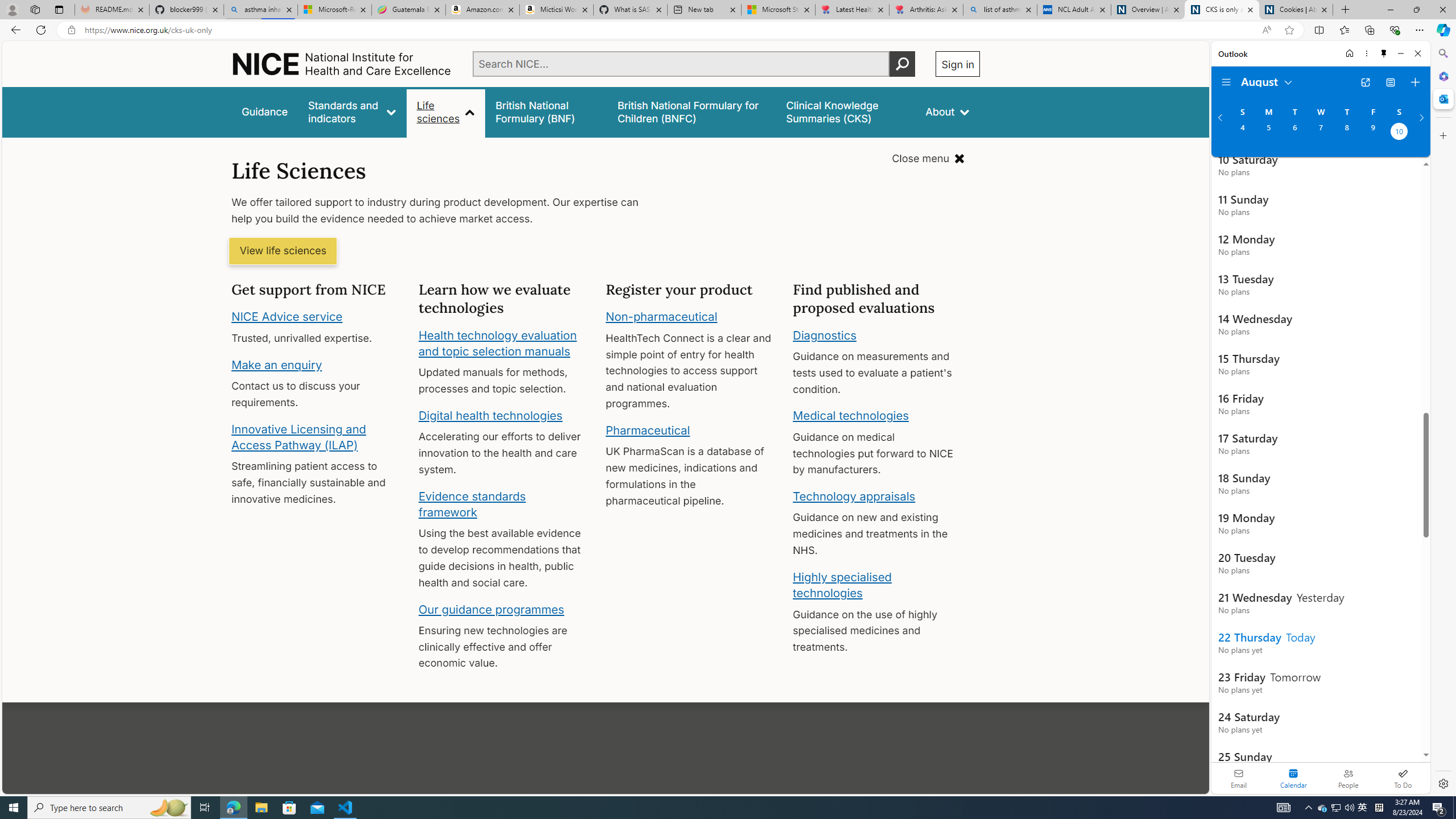 This screenshot has height=819, width=1456. I want to click on 'People', so click(1347, 777).